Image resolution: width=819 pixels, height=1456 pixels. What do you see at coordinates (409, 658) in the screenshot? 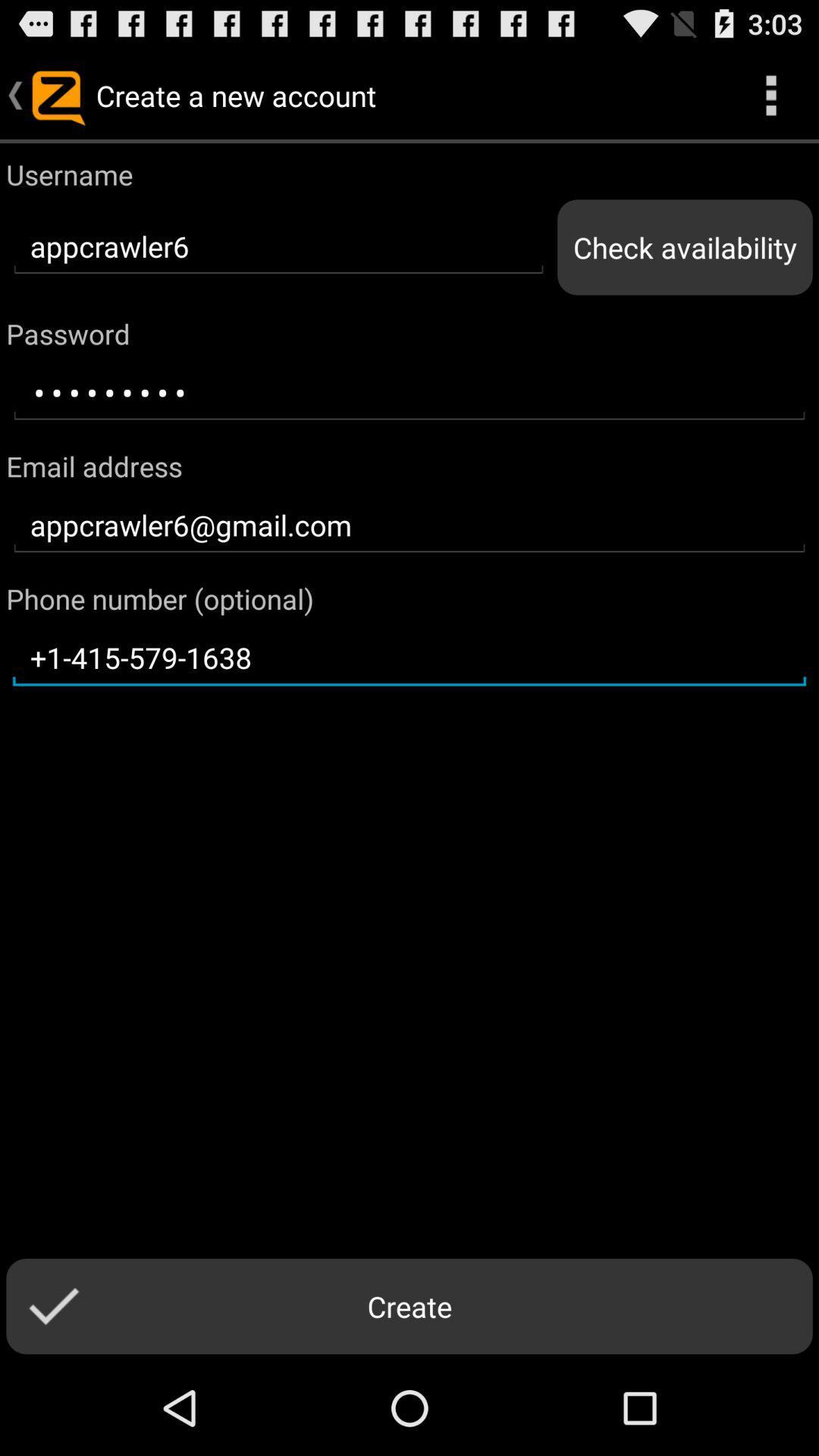
I see `the text field below phone number` at bounding box center [409, 658].